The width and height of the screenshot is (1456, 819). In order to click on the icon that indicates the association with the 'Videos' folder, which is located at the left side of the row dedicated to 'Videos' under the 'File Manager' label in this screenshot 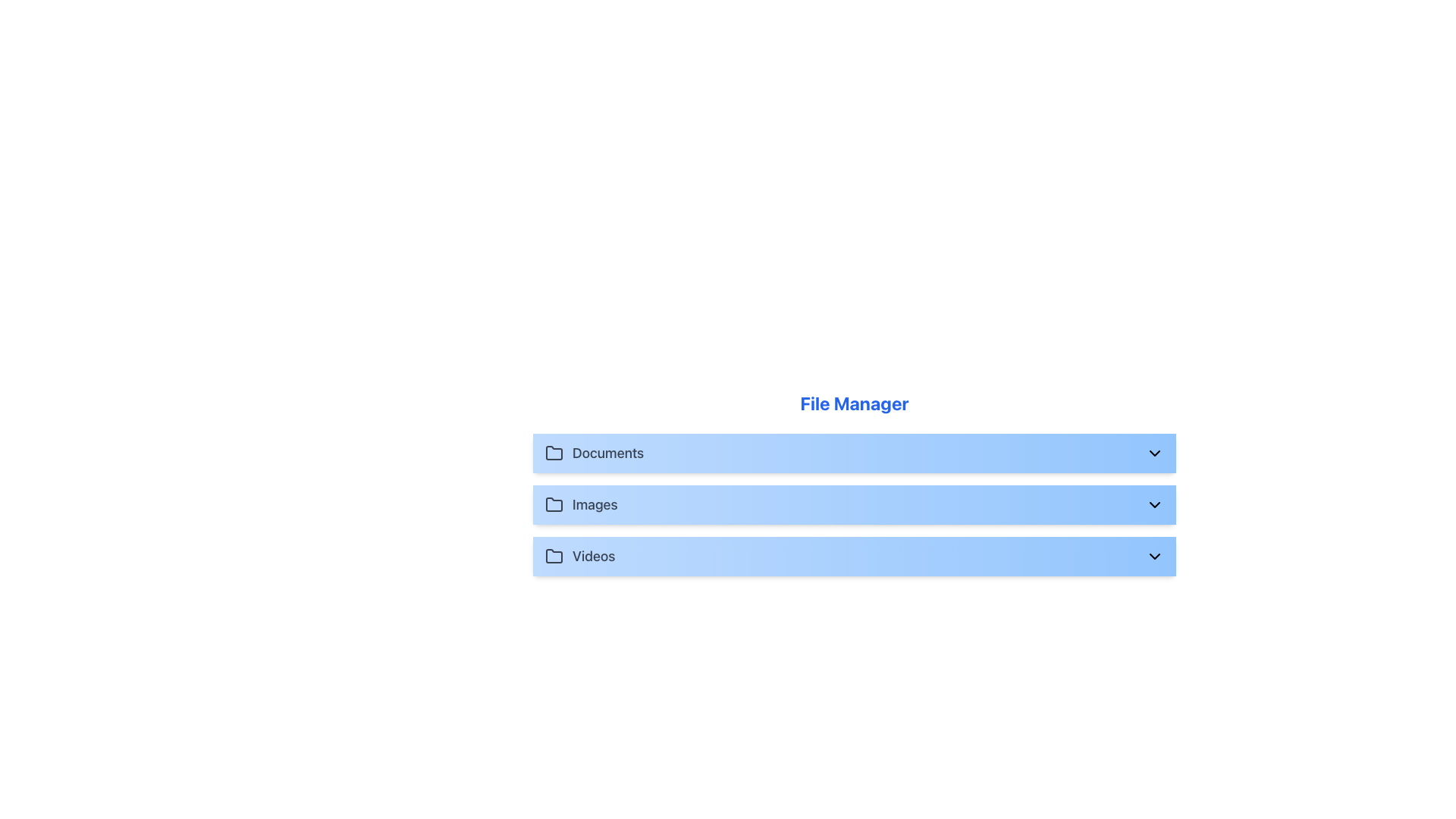, I will do `click(553, 556)`.